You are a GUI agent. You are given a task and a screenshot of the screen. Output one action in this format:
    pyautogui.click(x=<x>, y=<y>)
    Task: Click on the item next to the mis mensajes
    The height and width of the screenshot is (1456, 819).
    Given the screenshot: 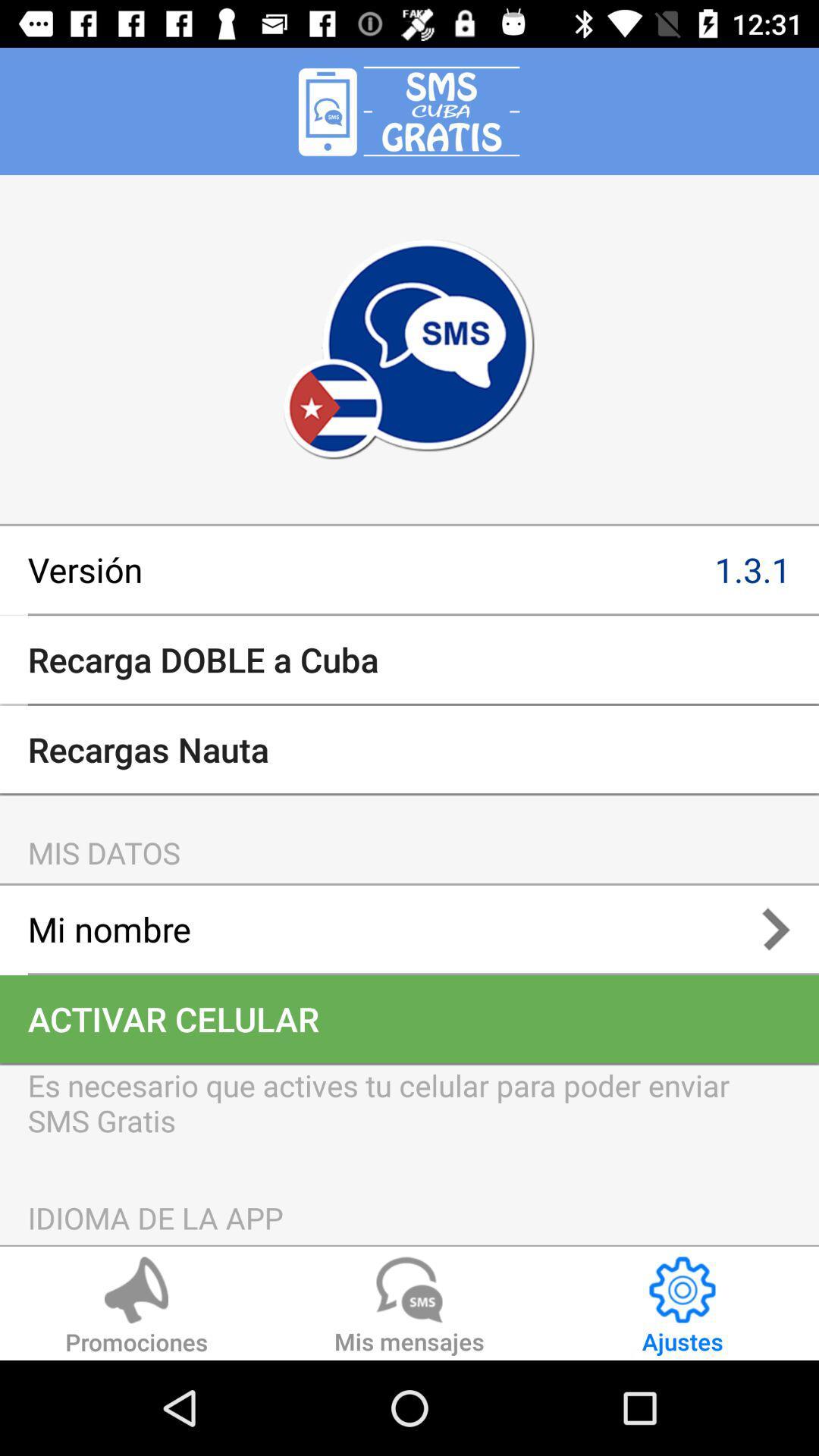 What is the action you would take?
    pyautogui.click(x=136, y=1307)
    